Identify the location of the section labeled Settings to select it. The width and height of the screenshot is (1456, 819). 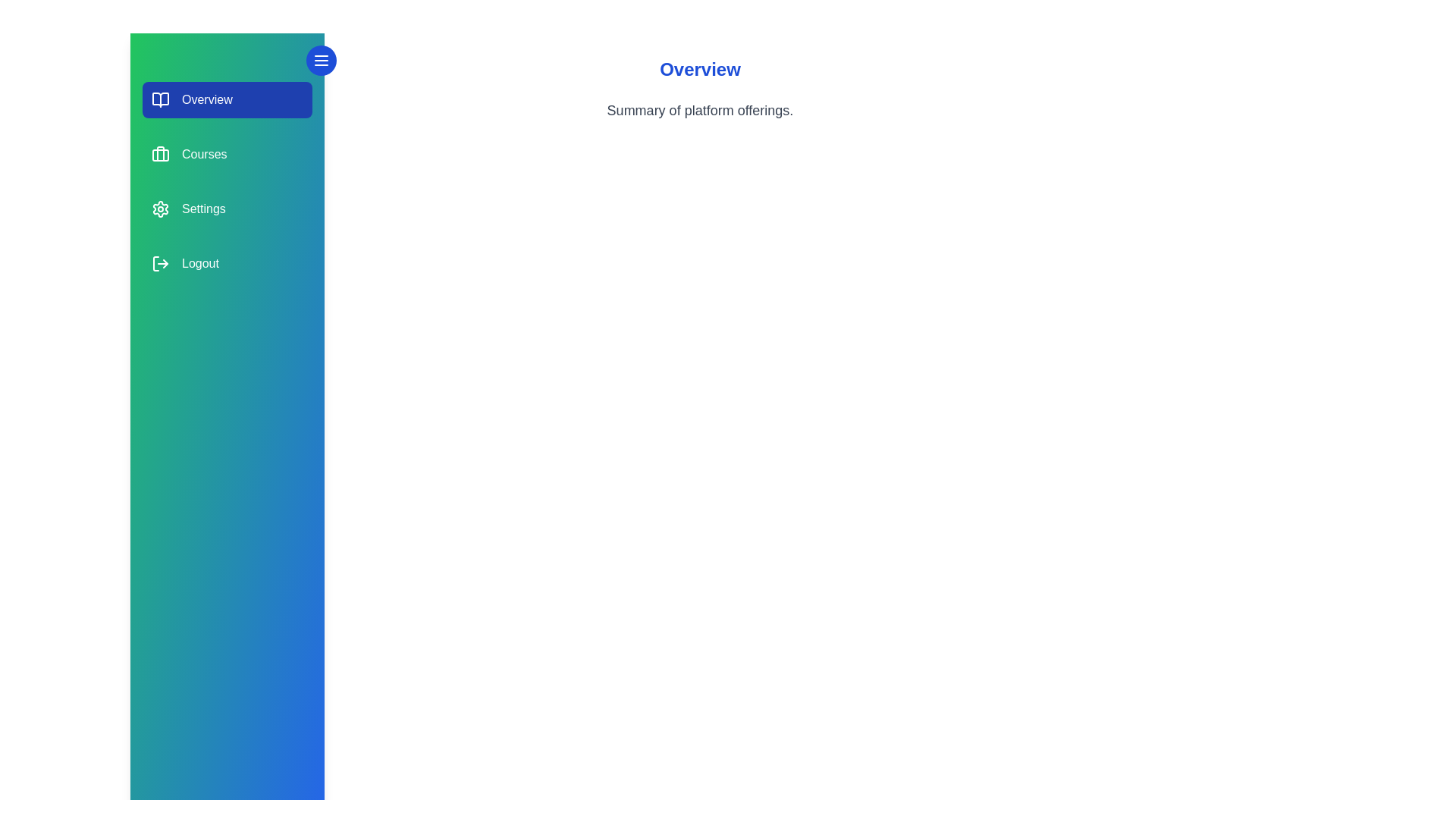
(226, 209).